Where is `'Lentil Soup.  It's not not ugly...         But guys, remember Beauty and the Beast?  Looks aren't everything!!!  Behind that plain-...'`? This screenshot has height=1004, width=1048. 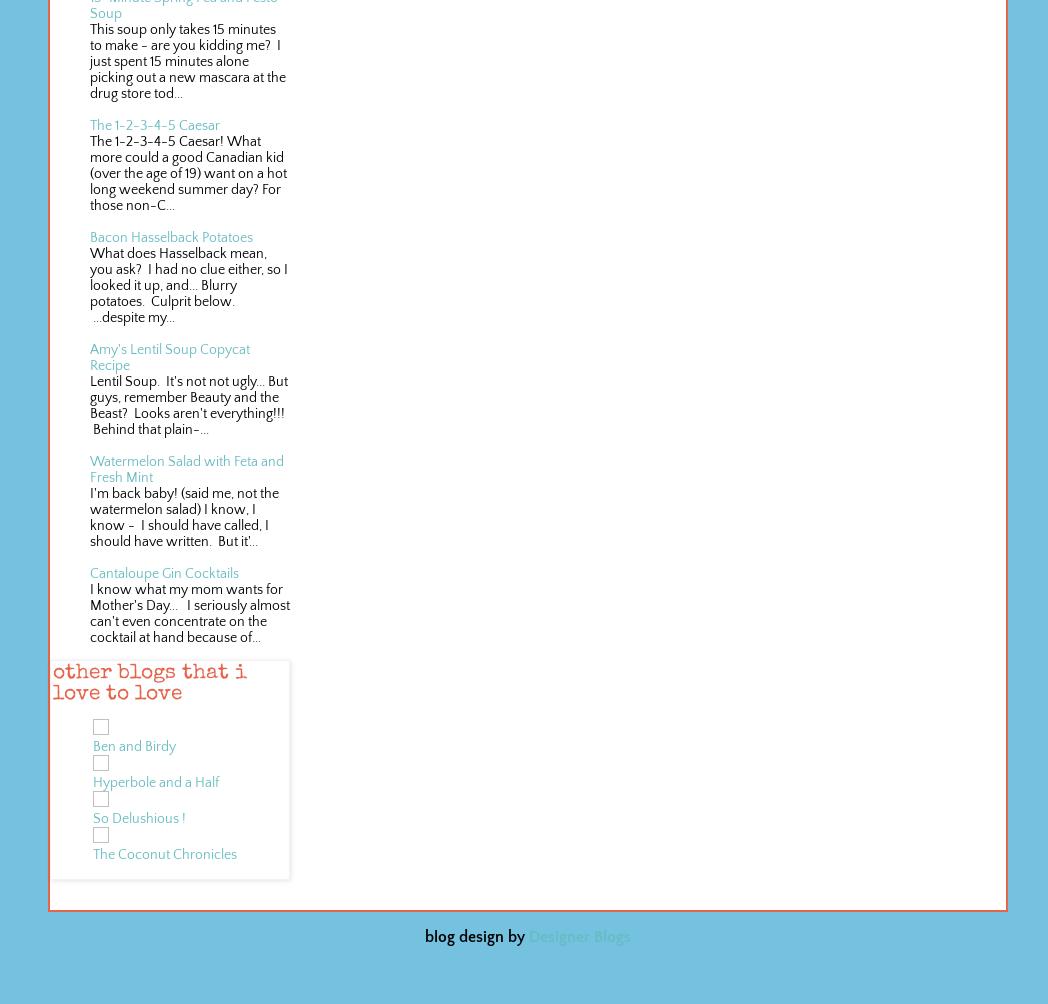
'Lentil Soup.  It's not not ugly...         But guys, remember Beauty and the Beast?  Looks aren't everything!!!  Behind that plain-...' is located at coordinates (187, 405).